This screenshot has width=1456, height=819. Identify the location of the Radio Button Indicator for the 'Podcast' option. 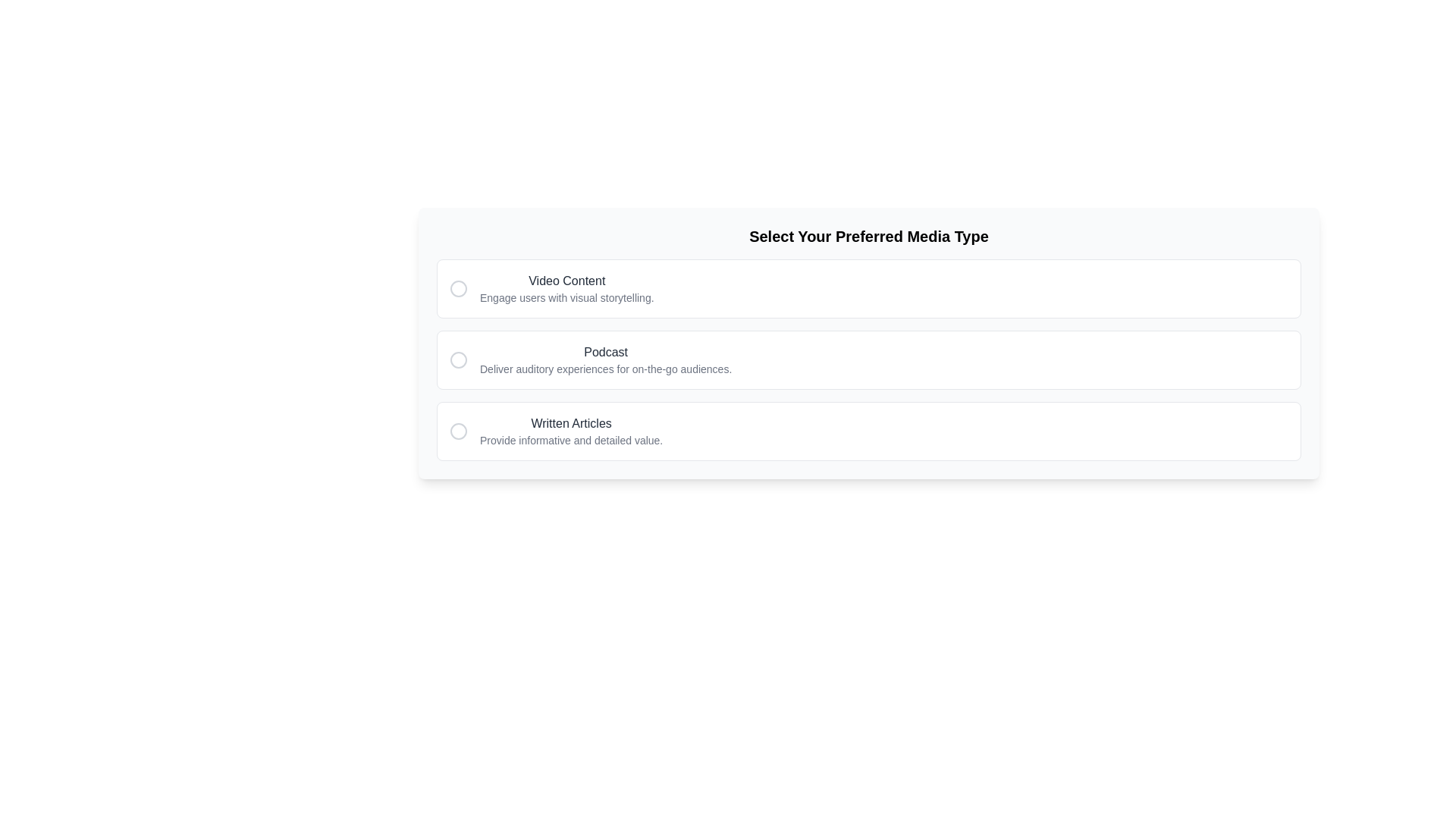
(457, 359).